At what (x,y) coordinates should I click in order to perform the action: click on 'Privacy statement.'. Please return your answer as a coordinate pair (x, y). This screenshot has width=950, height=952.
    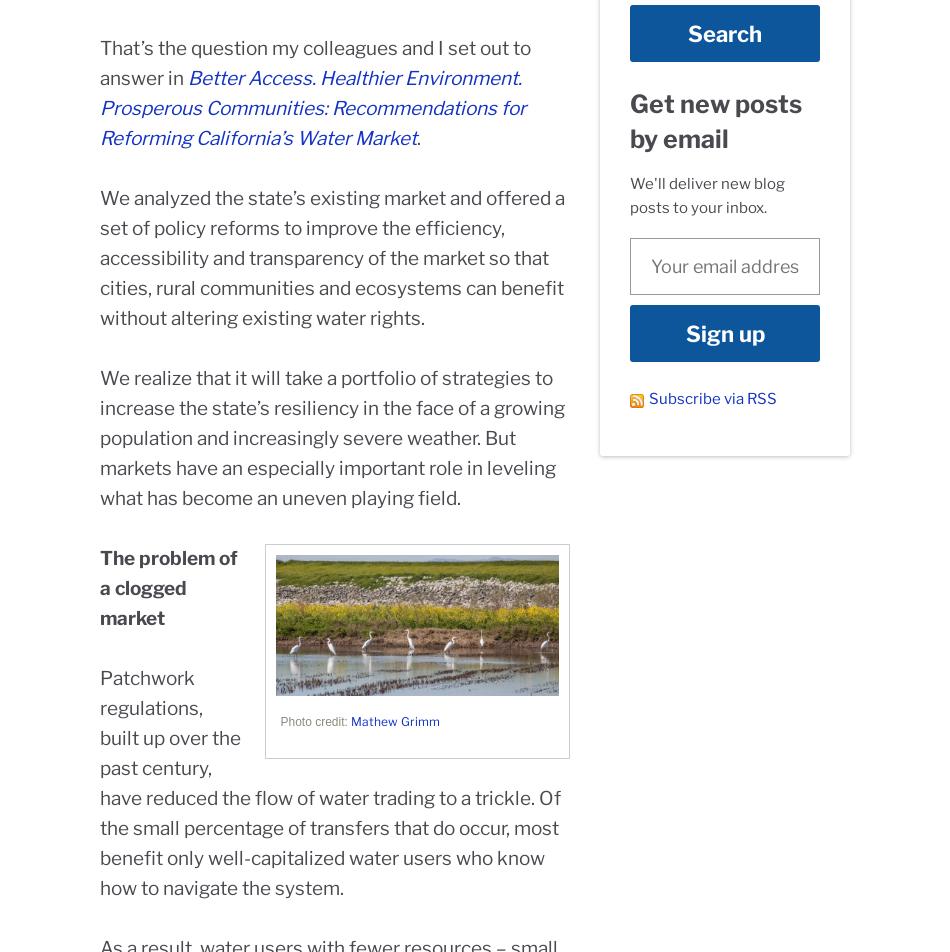
    Looking at the image, I should click on (815, 910).